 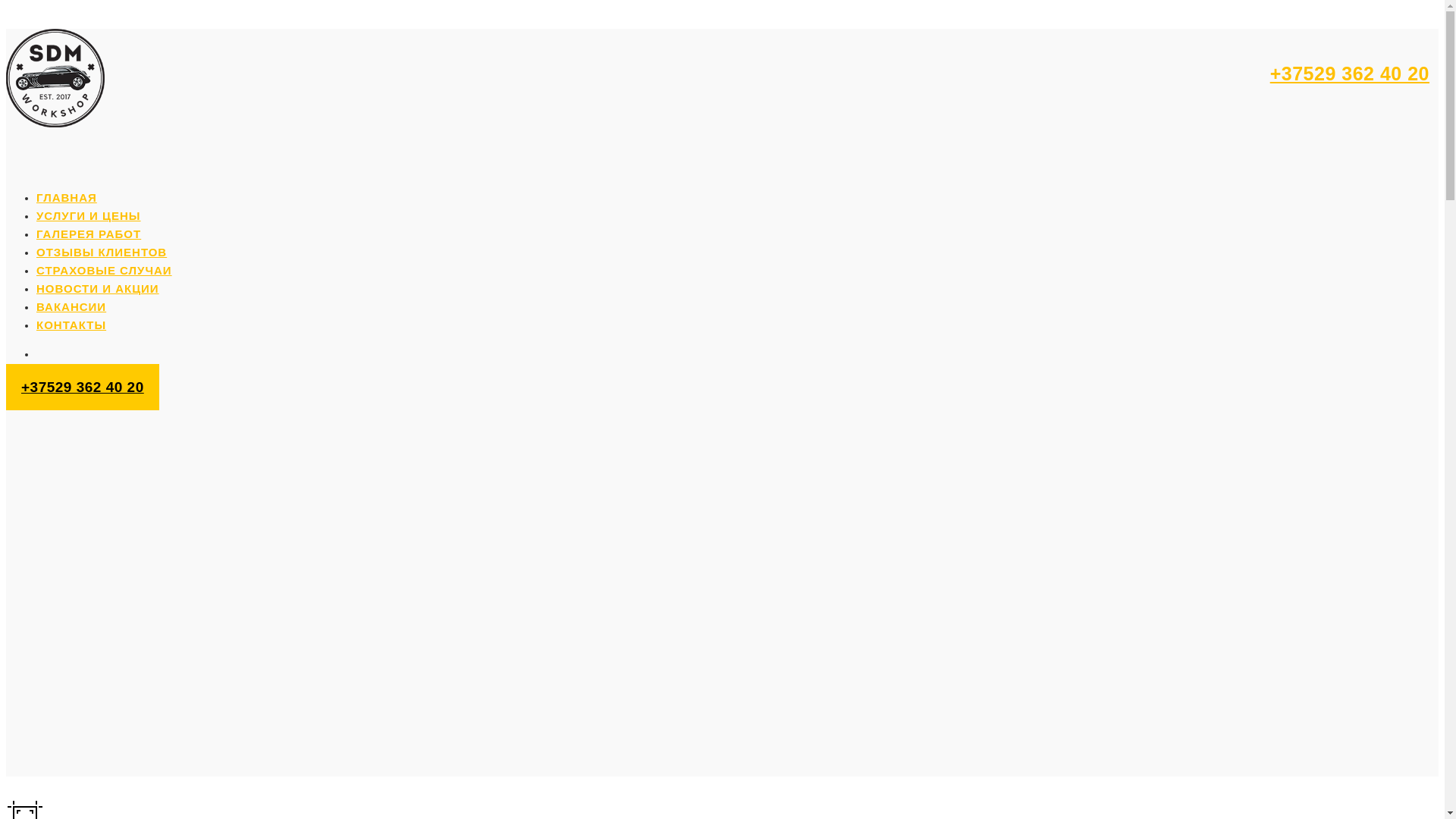 What do you see at coordinates (82, 386) in the screenshot?
I see `'+37529 362 40 20'` at bounding box center [82, 386].